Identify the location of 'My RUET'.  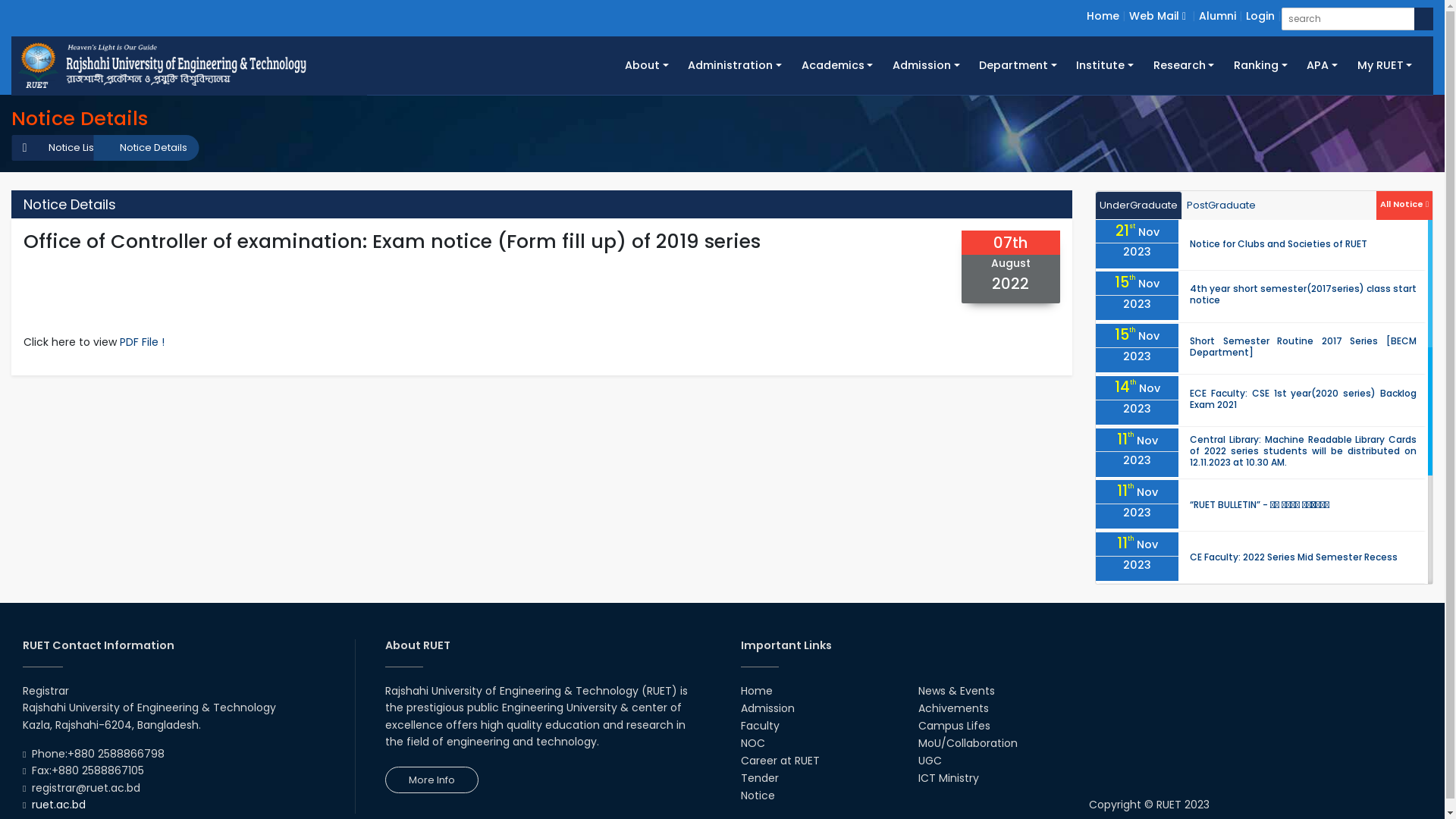
(1384, 64).